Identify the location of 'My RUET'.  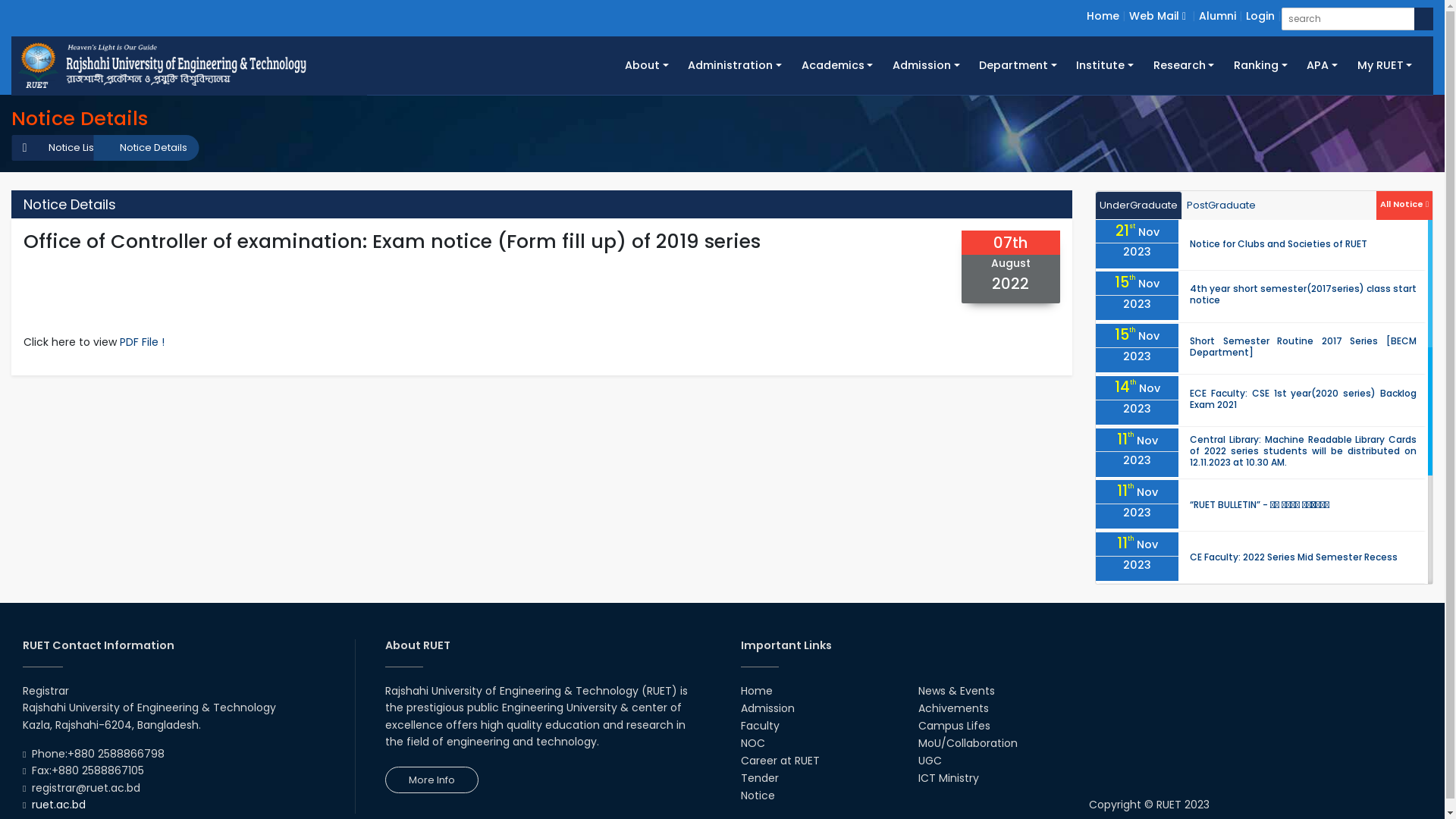
(1384, 64).